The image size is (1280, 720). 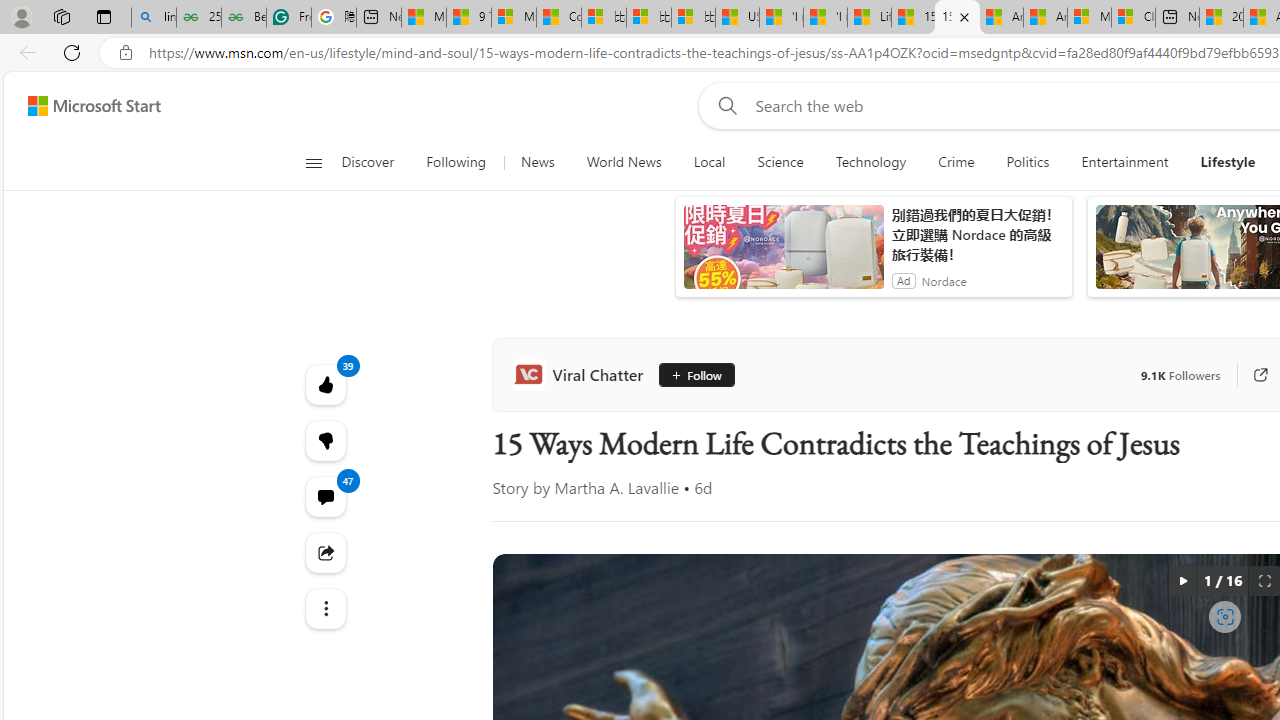 What do you see at coordinates (955, 162) in the screenshot?
I see `'Crime'` at bounding box center [955, 162].